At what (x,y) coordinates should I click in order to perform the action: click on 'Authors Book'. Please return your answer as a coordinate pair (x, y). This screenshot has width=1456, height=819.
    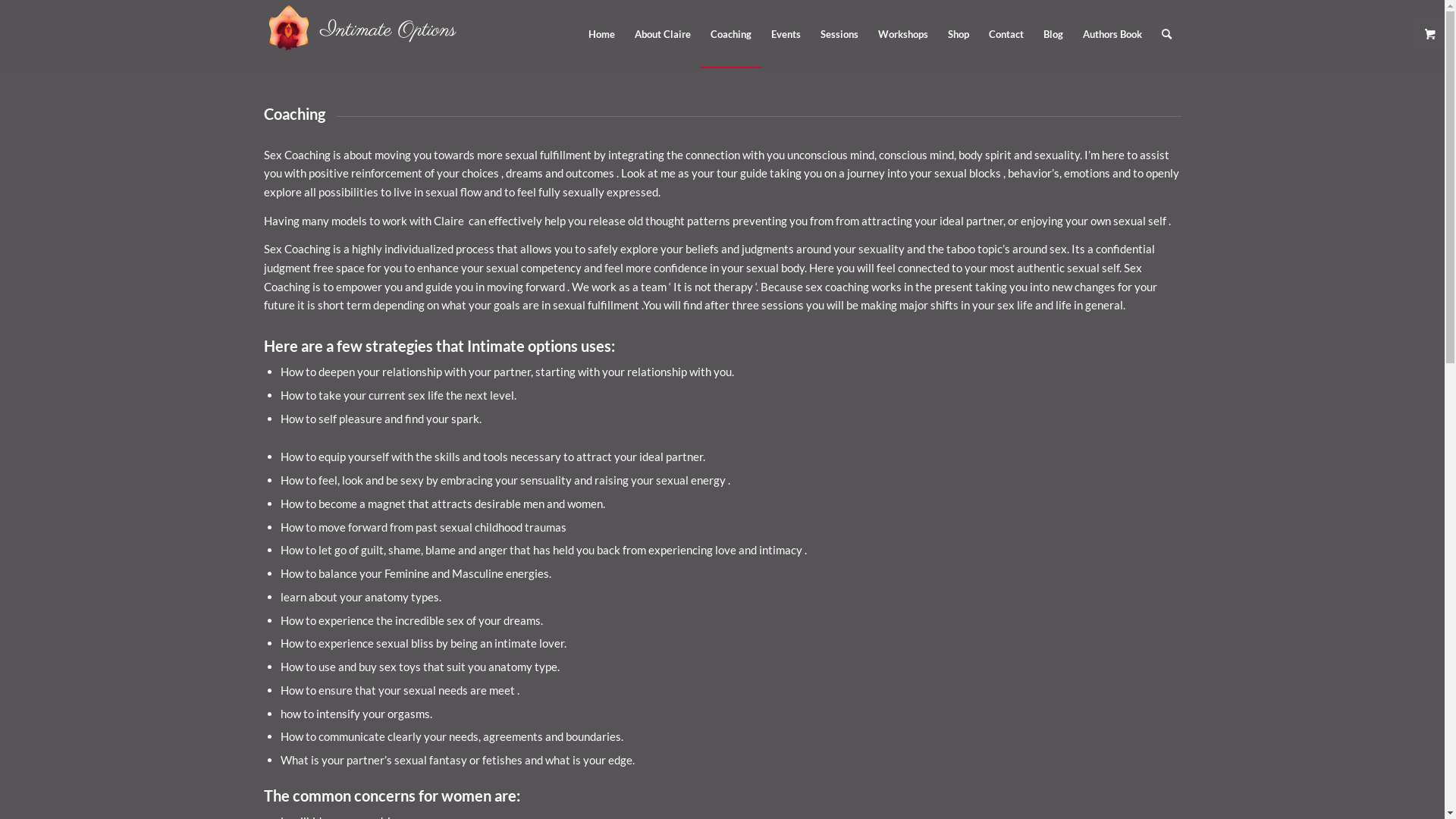
    Looking at the image, I should click on (1111, 34).